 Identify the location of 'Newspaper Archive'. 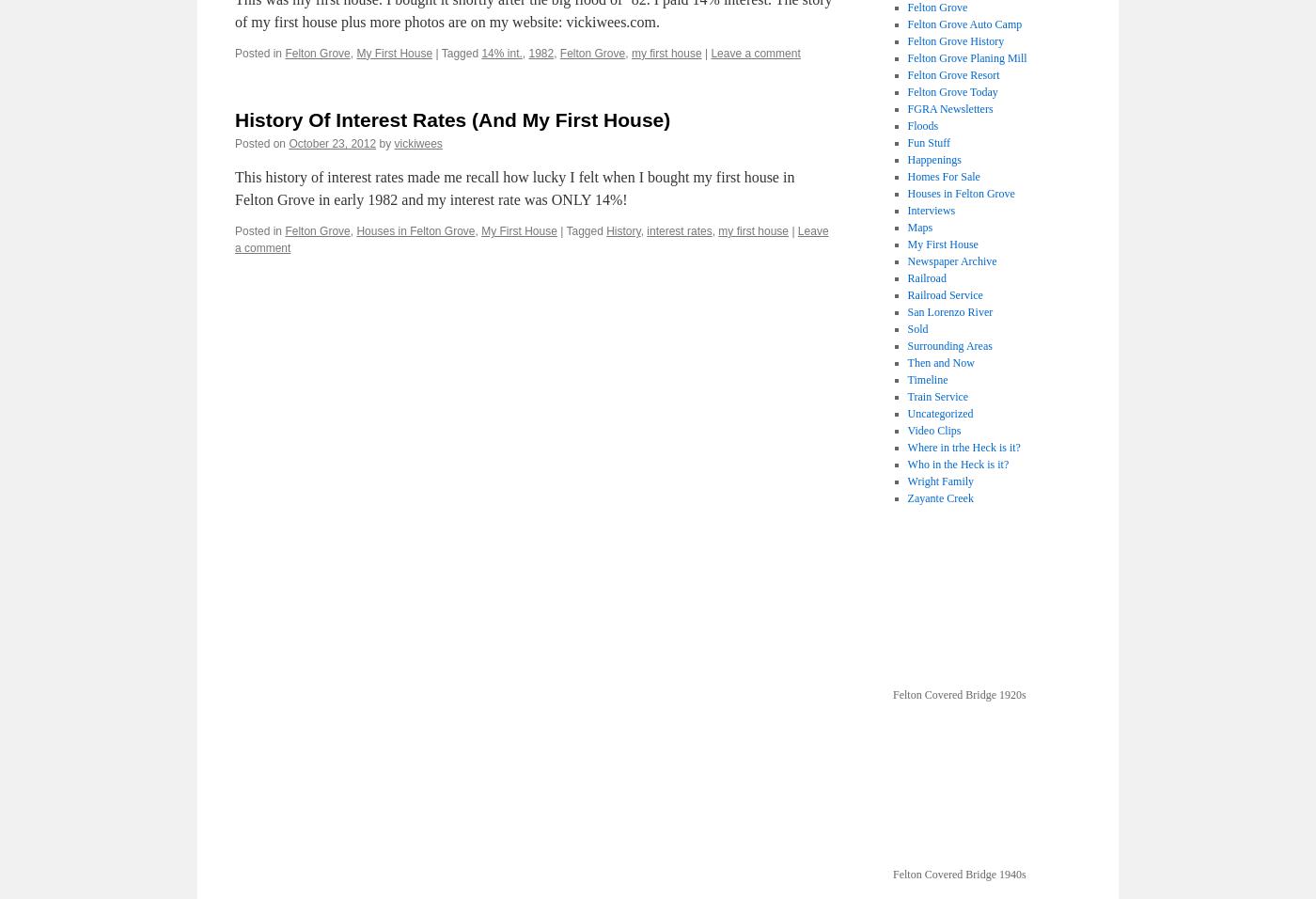
(951, 260).